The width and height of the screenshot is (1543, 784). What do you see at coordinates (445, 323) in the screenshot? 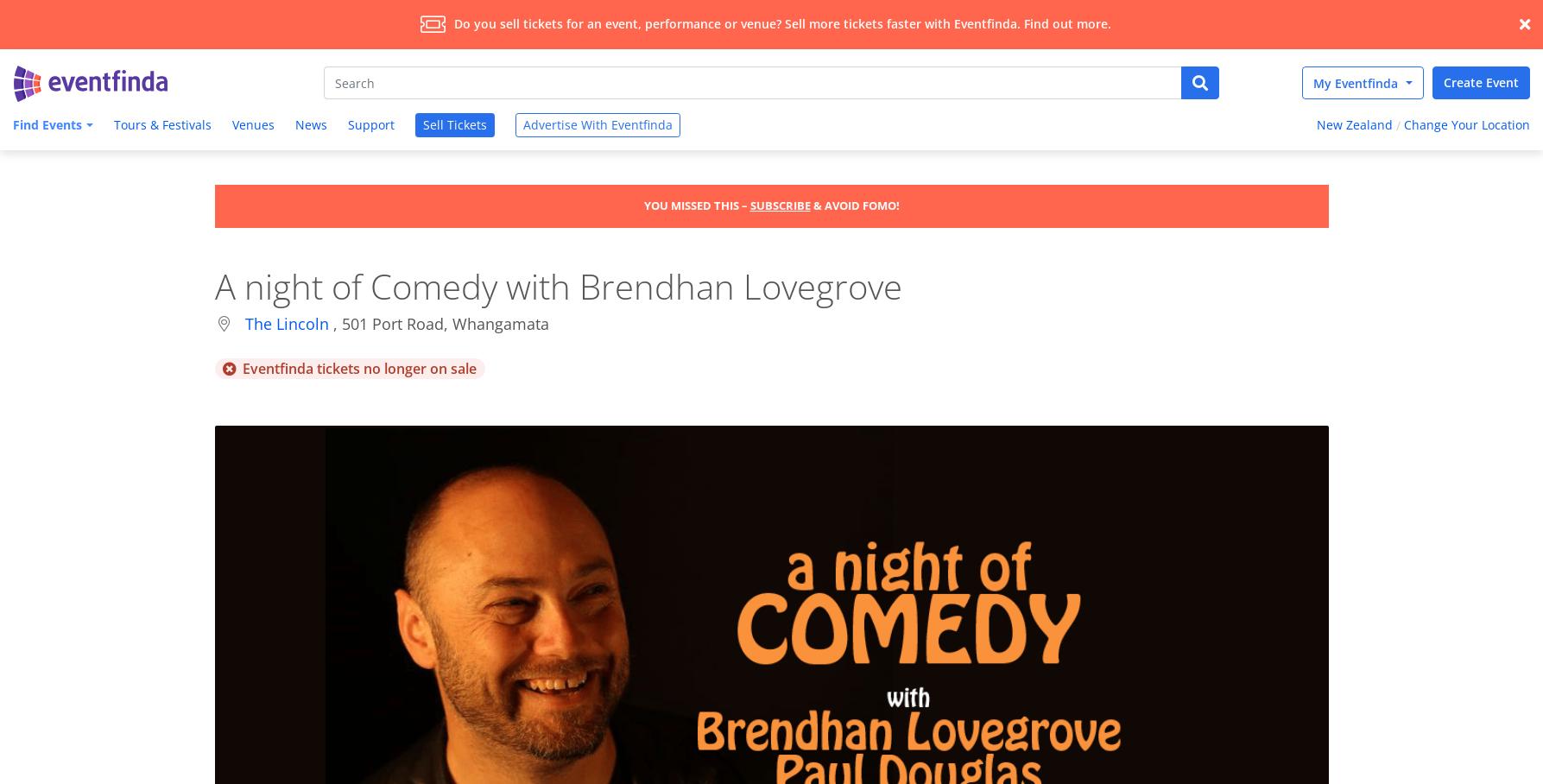
I see `'501 Port Road, Whangamata'` at bounding box center [445, 323].